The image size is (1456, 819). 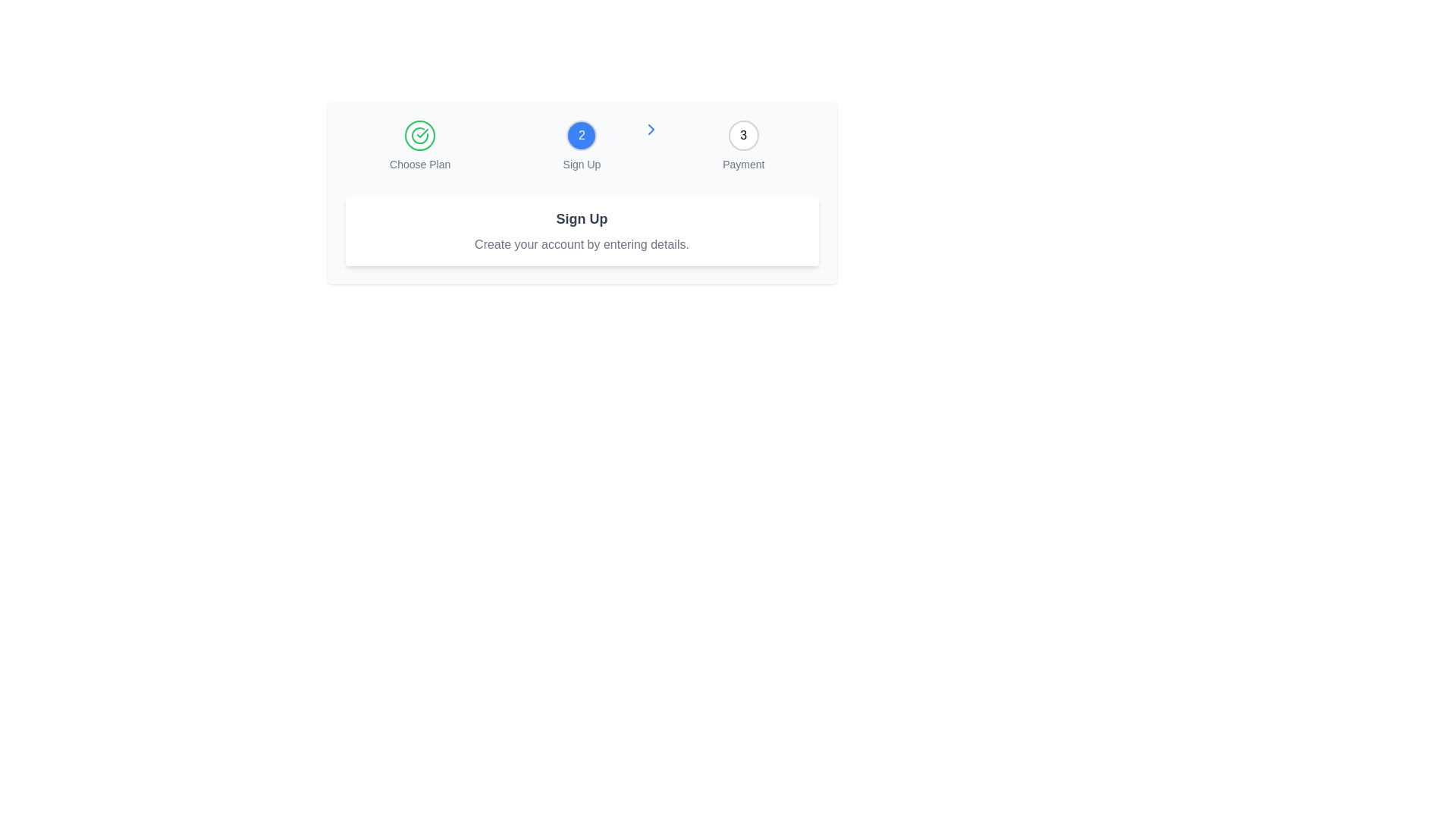 What do you see at coordinates (581, 231) in the screenshot?
I see `informational box containing the text 'Sign Up' and the smaller gray text 'Create your account by entering details', which is located below a horizontal progress tracker` at bounding box center [581, 231].